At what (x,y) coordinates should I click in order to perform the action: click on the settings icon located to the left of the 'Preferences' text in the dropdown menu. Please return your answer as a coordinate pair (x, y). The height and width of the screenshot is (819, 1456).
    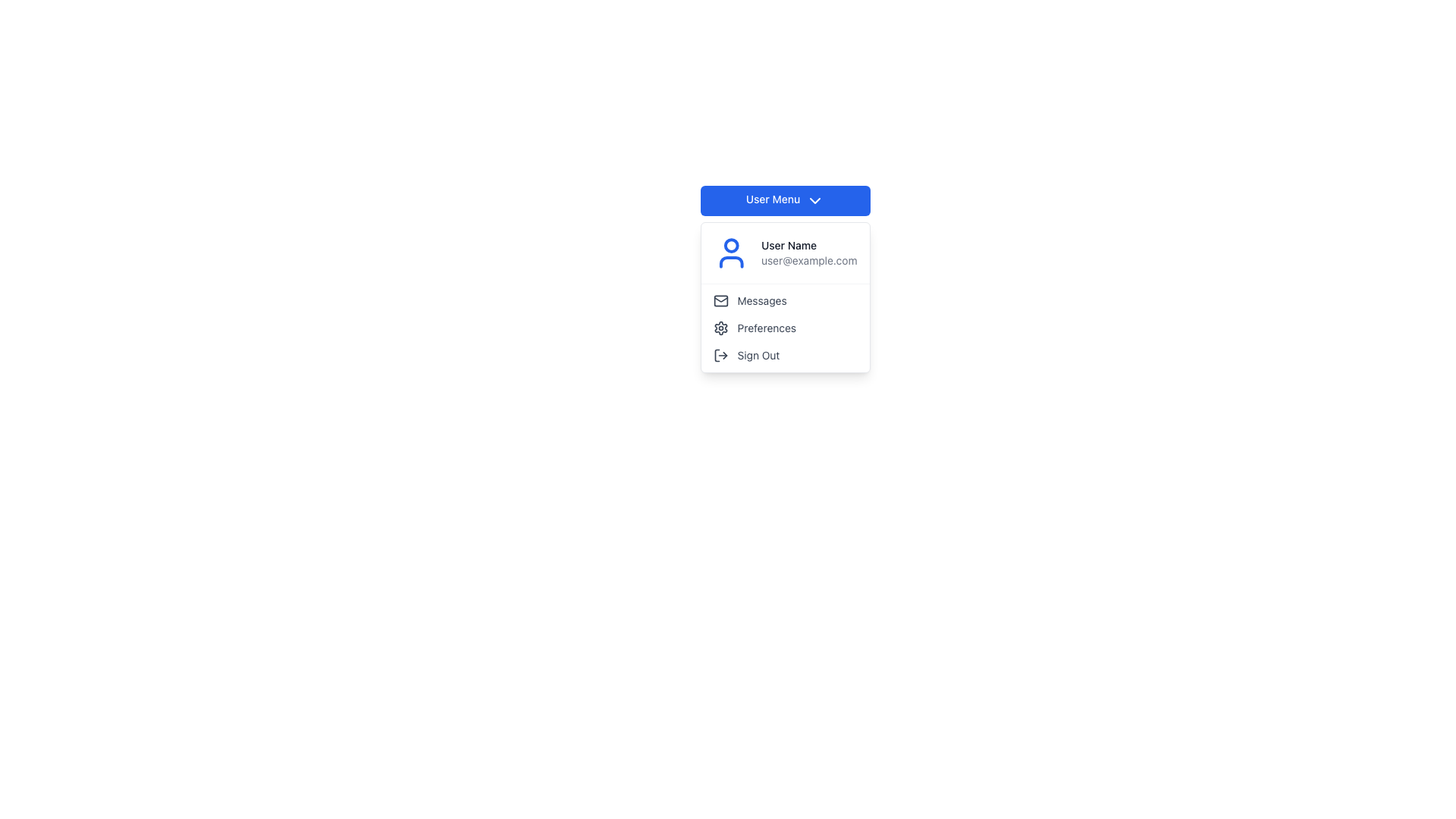
    Looking at the image, I should click on (720, 327).